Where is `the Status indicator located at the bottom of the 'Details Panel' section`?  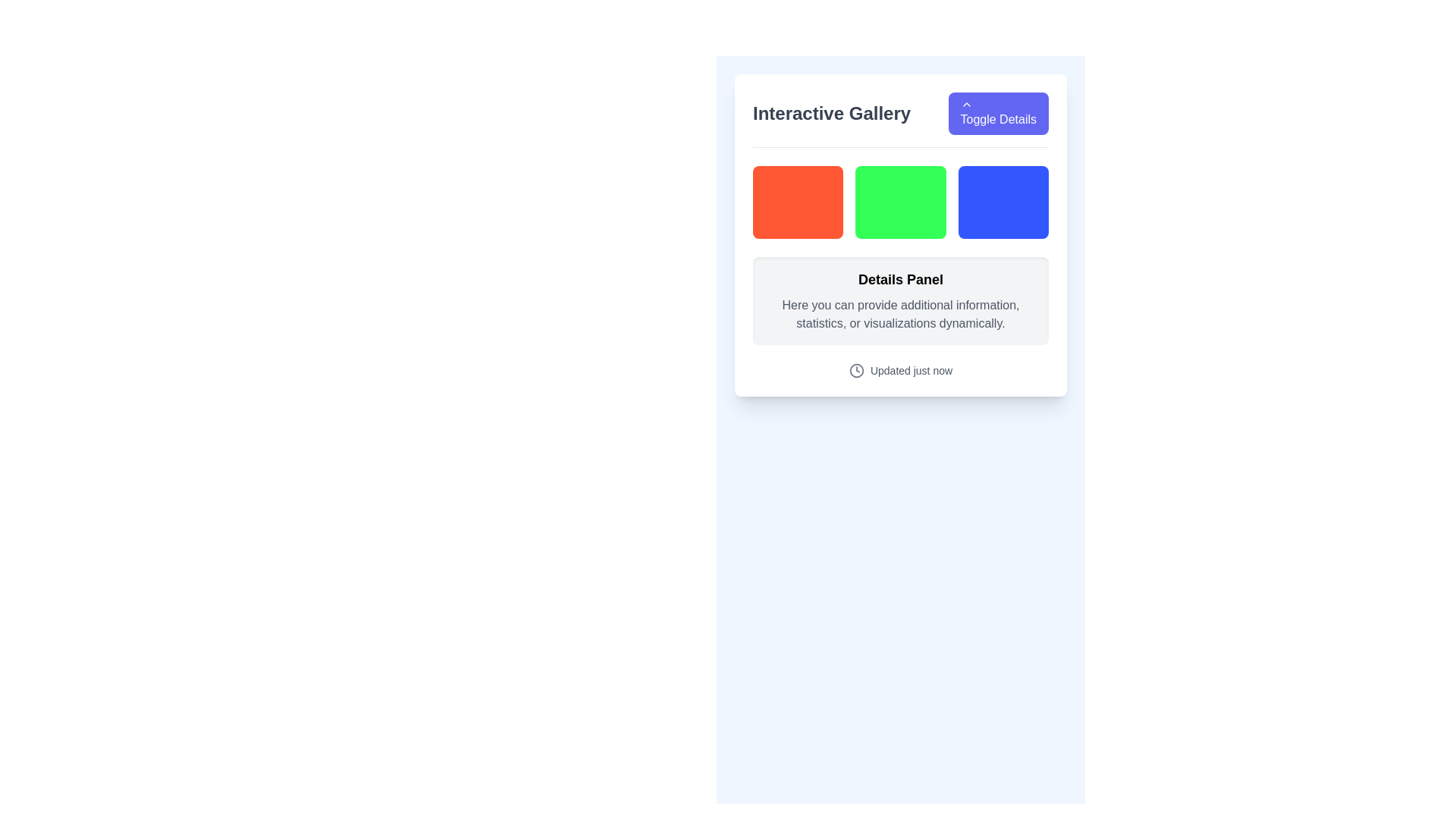 the Status indicator located at the bottom of the 'Details Panel' section is located at coordinates (901, 371).